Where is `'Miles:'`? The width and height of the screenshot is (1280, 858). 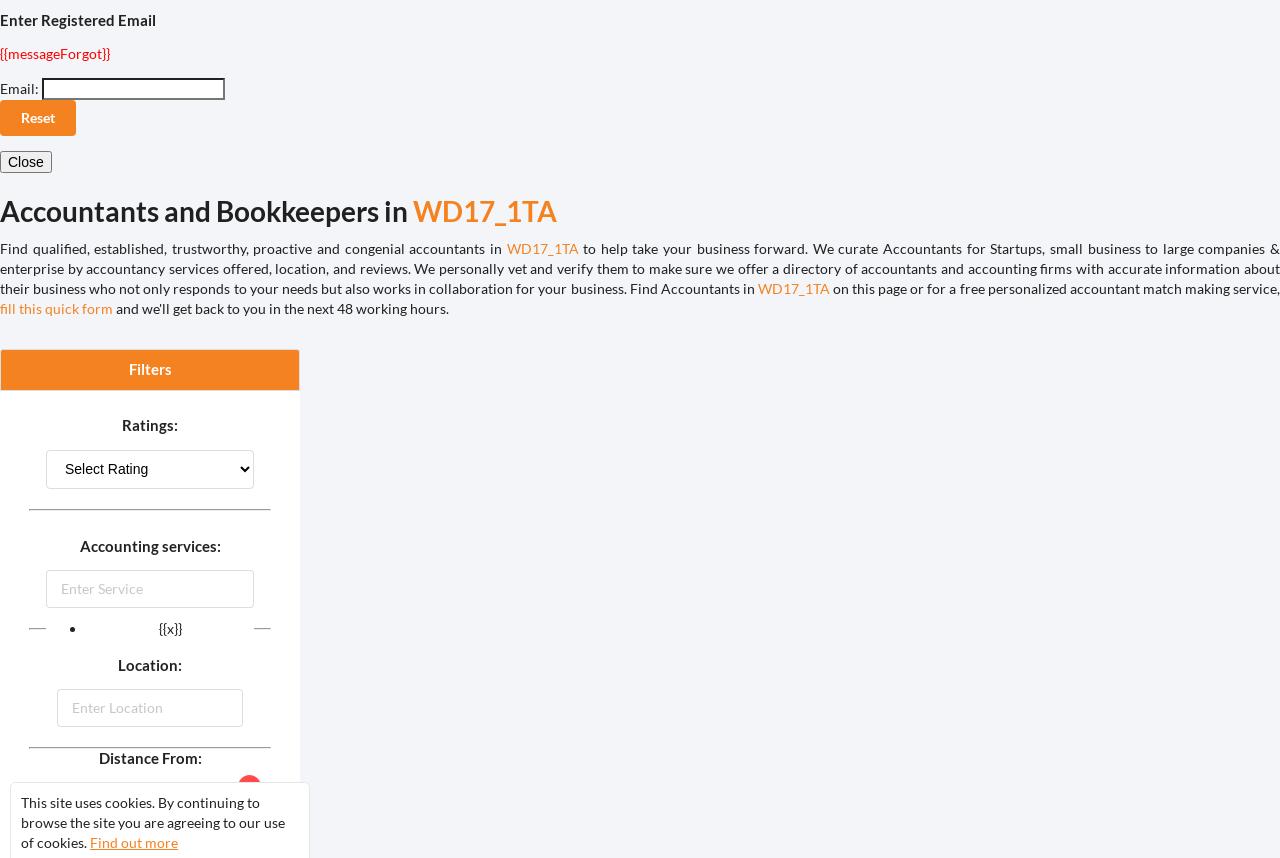
'Miles:' is located at coordinates (133, 820).